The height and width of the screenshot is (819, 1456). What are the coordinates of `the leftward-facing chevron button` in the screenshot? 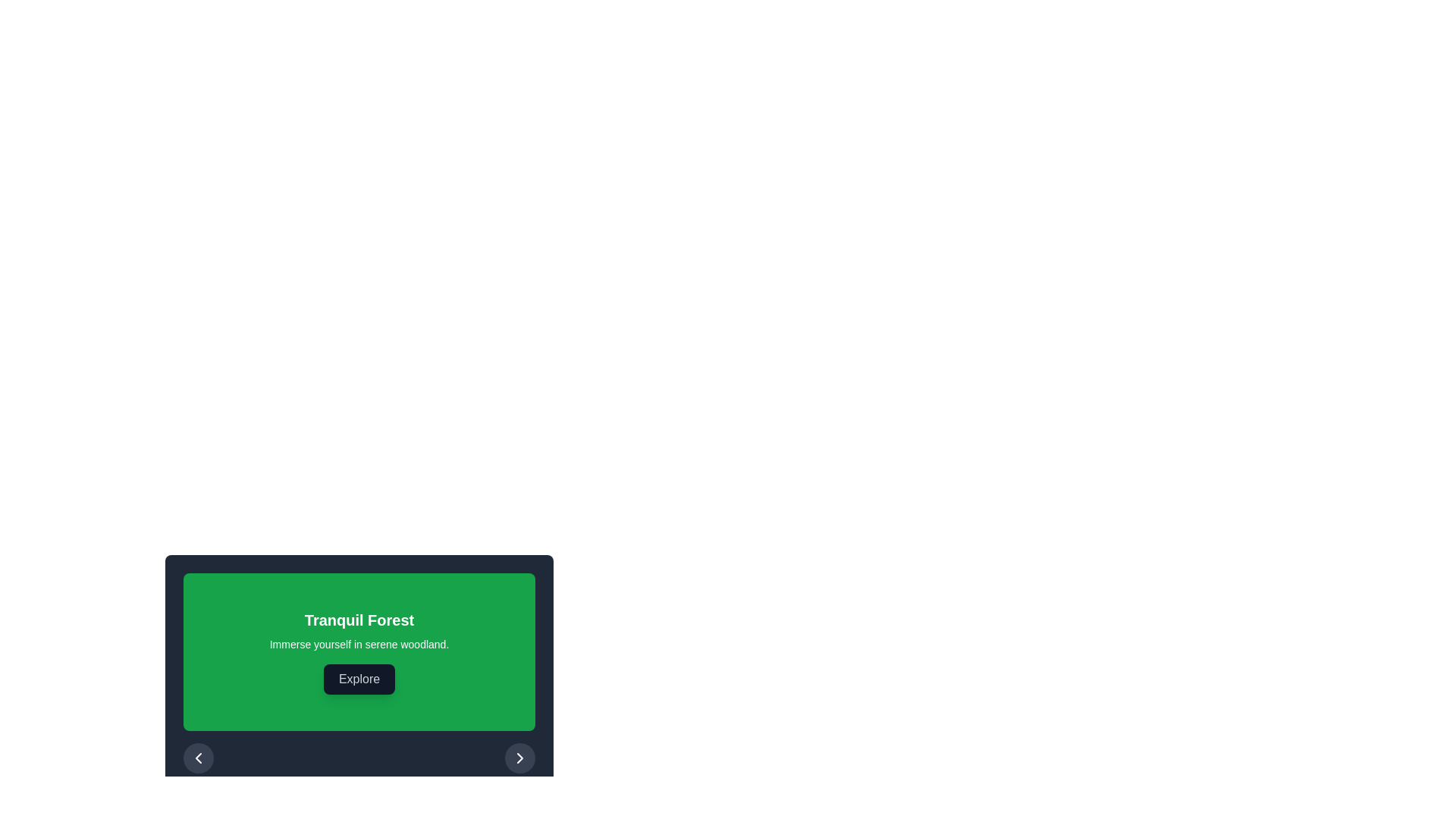 It's located at (198, 758).